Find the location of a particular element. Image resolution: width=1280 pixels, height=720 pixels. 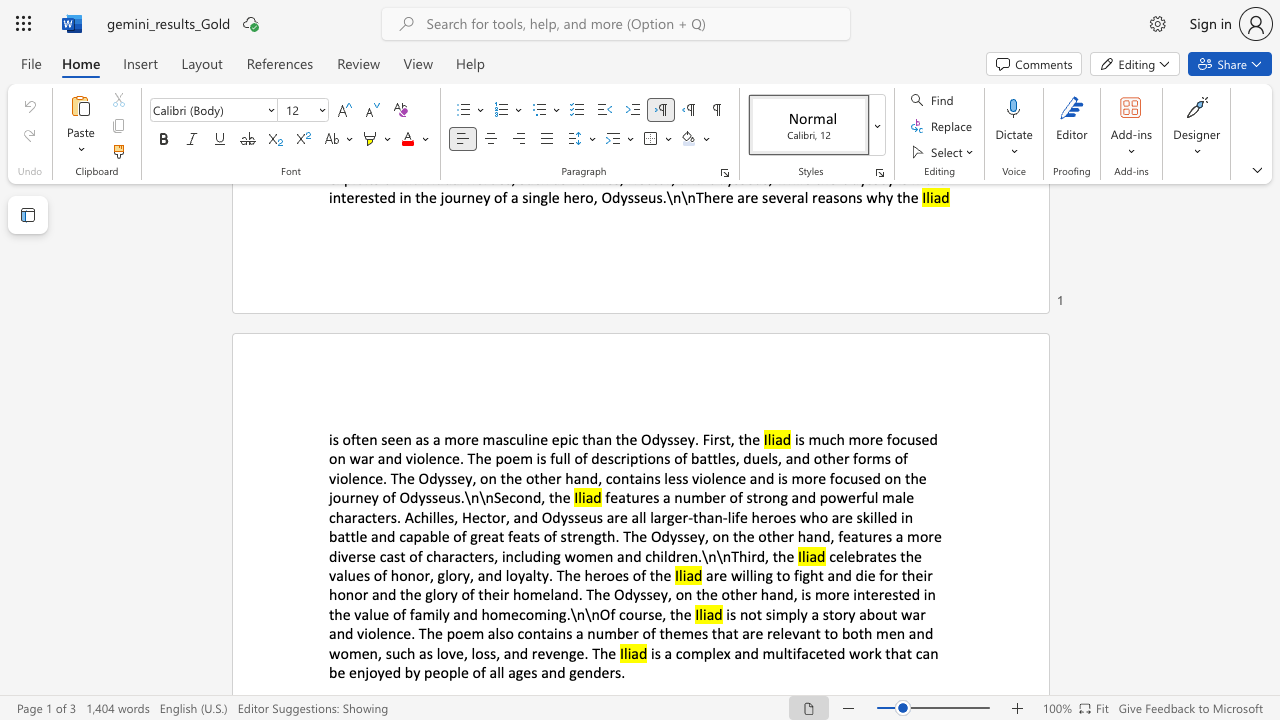

the subset text "han the Odyssey. Fir" within the text "is often seen as a more masculine epic than the Odyssey. First, the" is located at coordinates (586, 438).